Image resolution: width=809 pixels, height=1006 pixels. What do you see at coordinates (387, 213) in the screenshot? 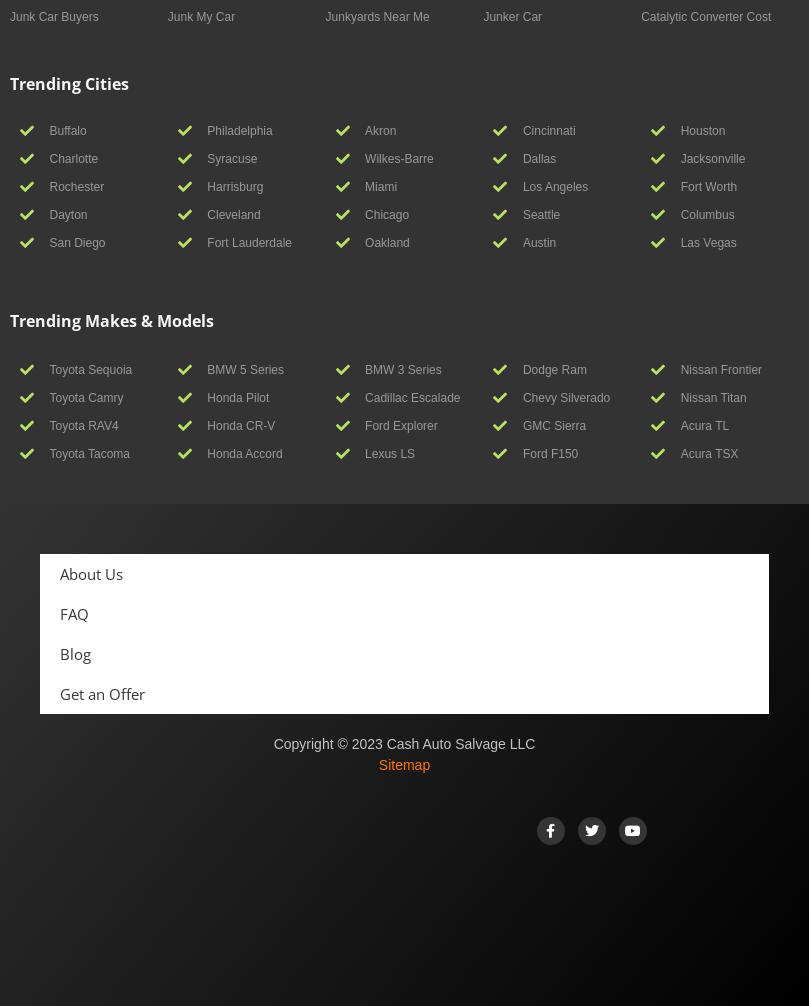
I see `'Chicago'` at bounding box center [387, 213].